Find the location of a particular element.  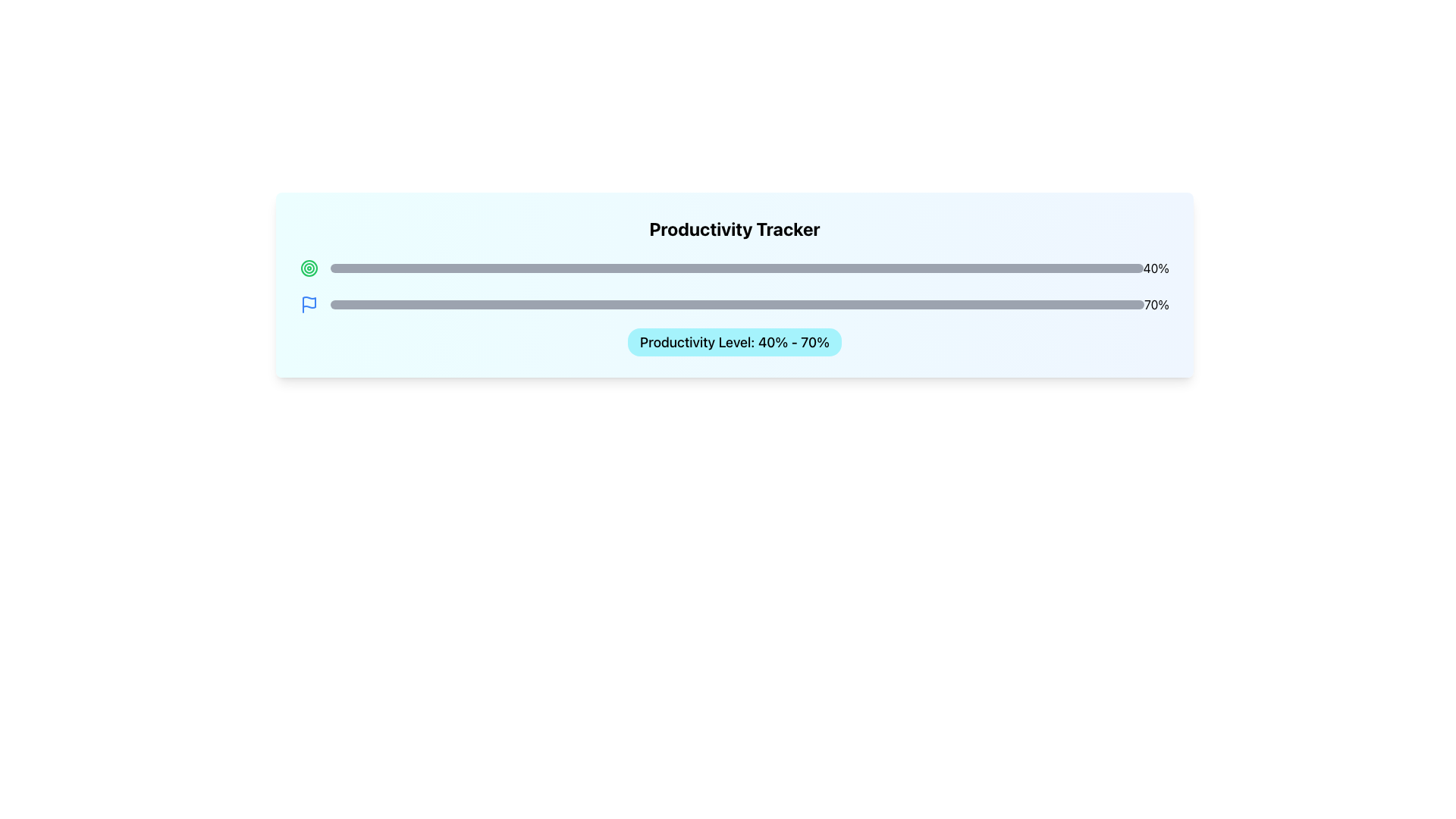

the productivity level slider is located at coordinates (526, 268).